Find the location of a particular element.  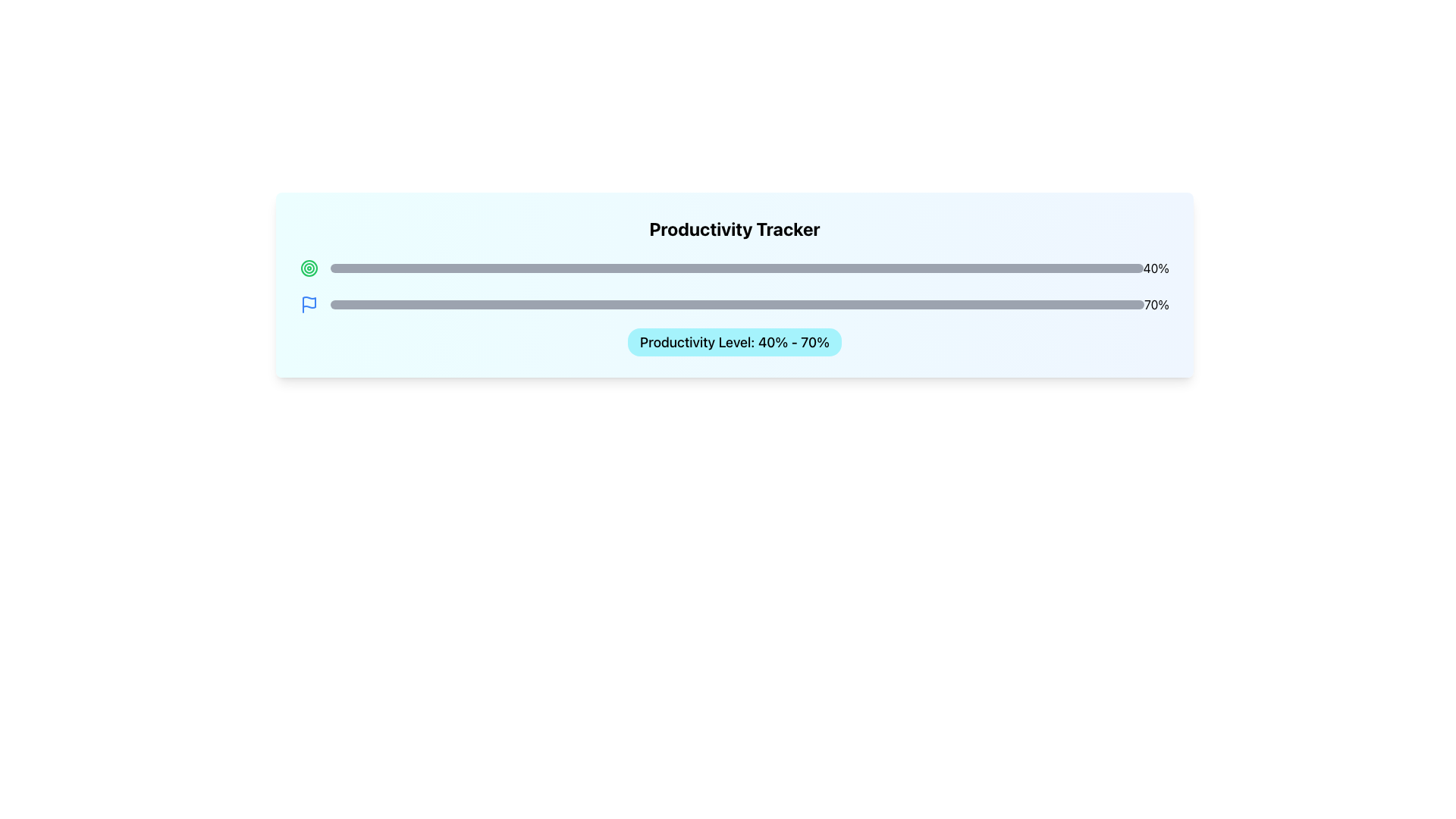

the productivity level slider is located at coordinates (526, 268).